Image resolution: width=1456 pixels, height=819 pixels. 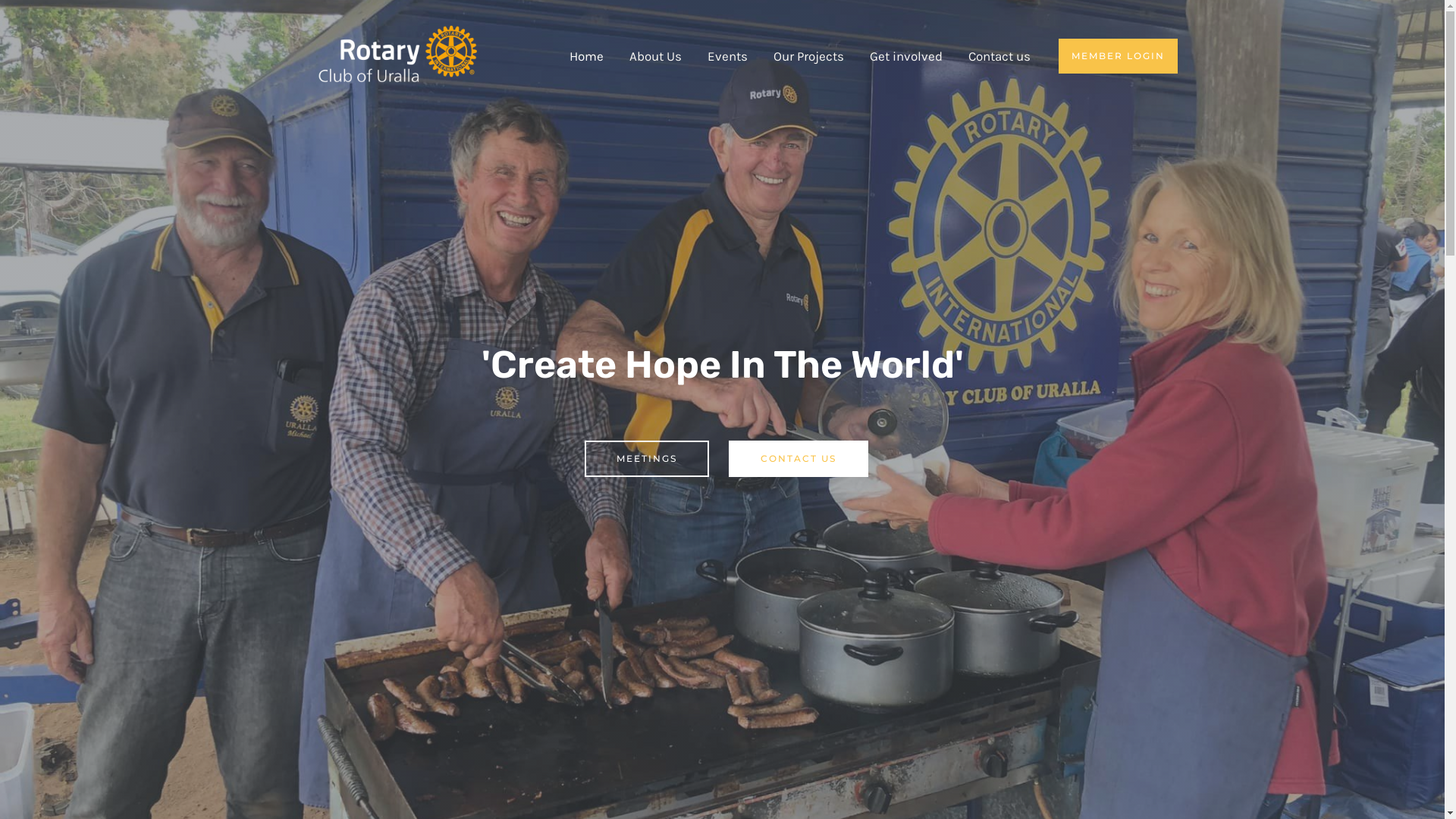 What do you see at coordinates (1118, 55) in the screenshot?
I see `'MEMBER LOGIN'` at bounding box center [1118, 55].